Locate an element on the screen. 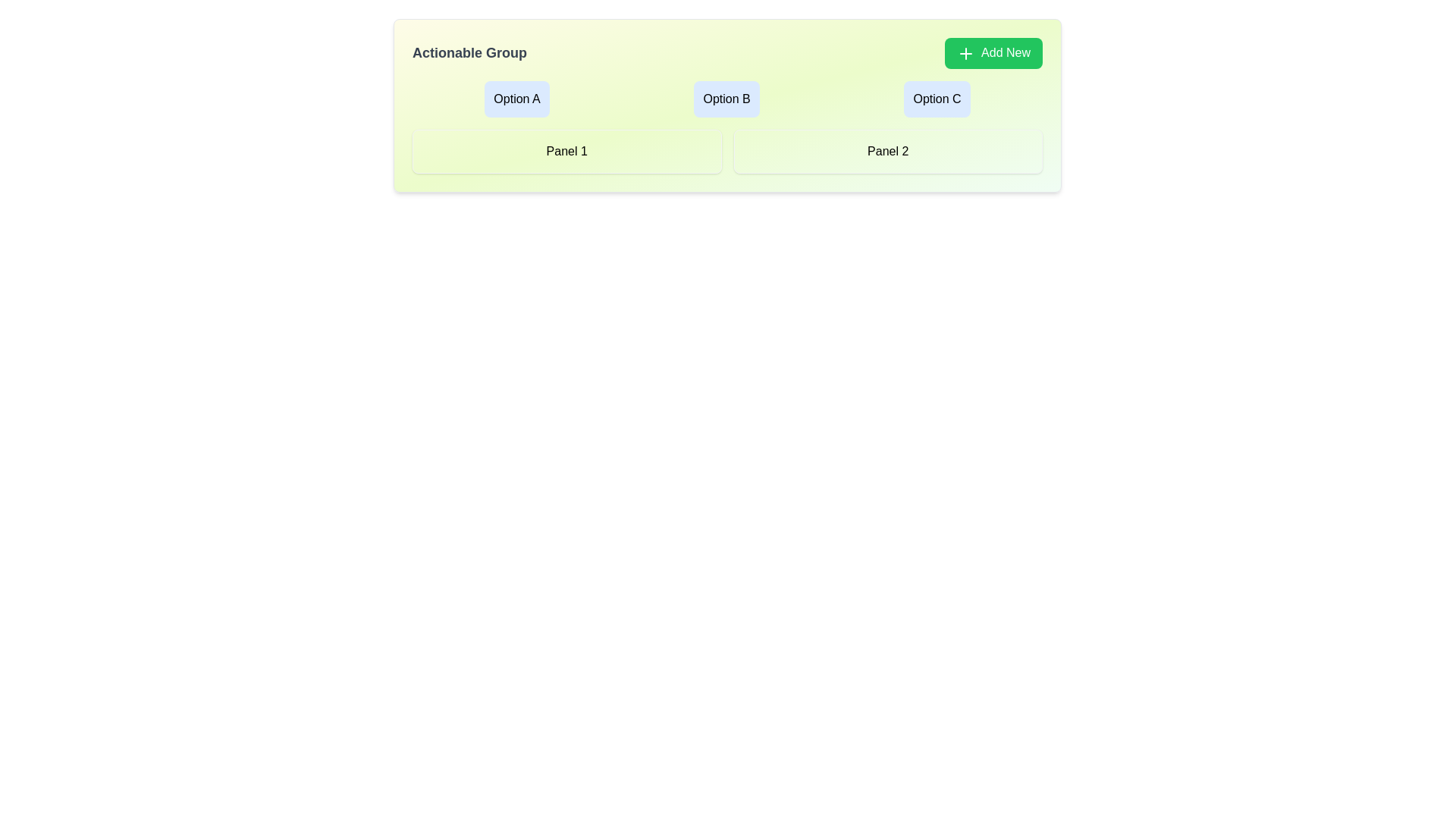 The width and height of the screenshot is (1456, 819). the Decorative Icon, which is a small plus symbol centered on the left side of the 'Add New' button with rounded edges is located at coordinates (965, 52).